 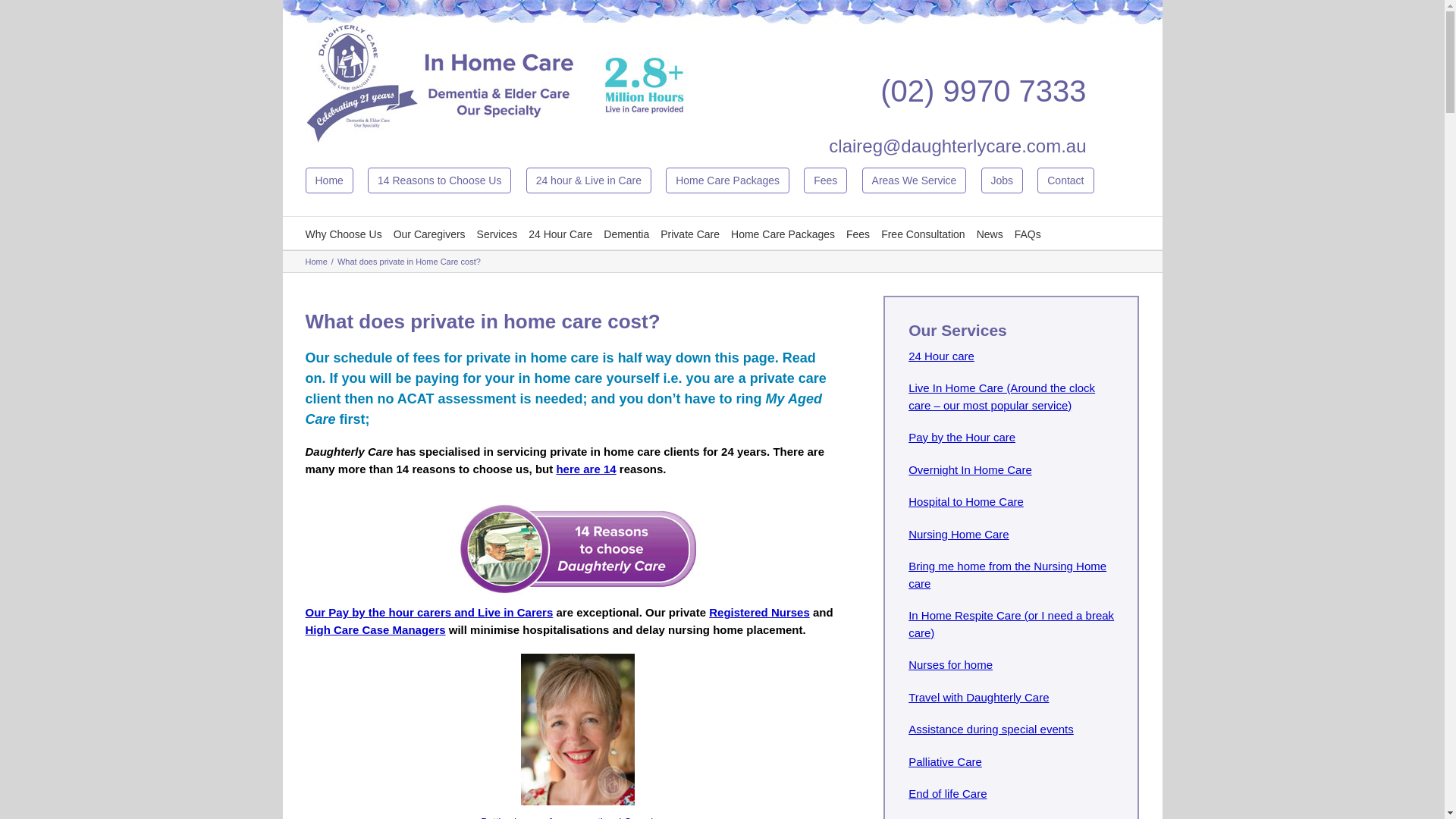 I want to click on 'Registered Nurses', so click(x=759, y=611).